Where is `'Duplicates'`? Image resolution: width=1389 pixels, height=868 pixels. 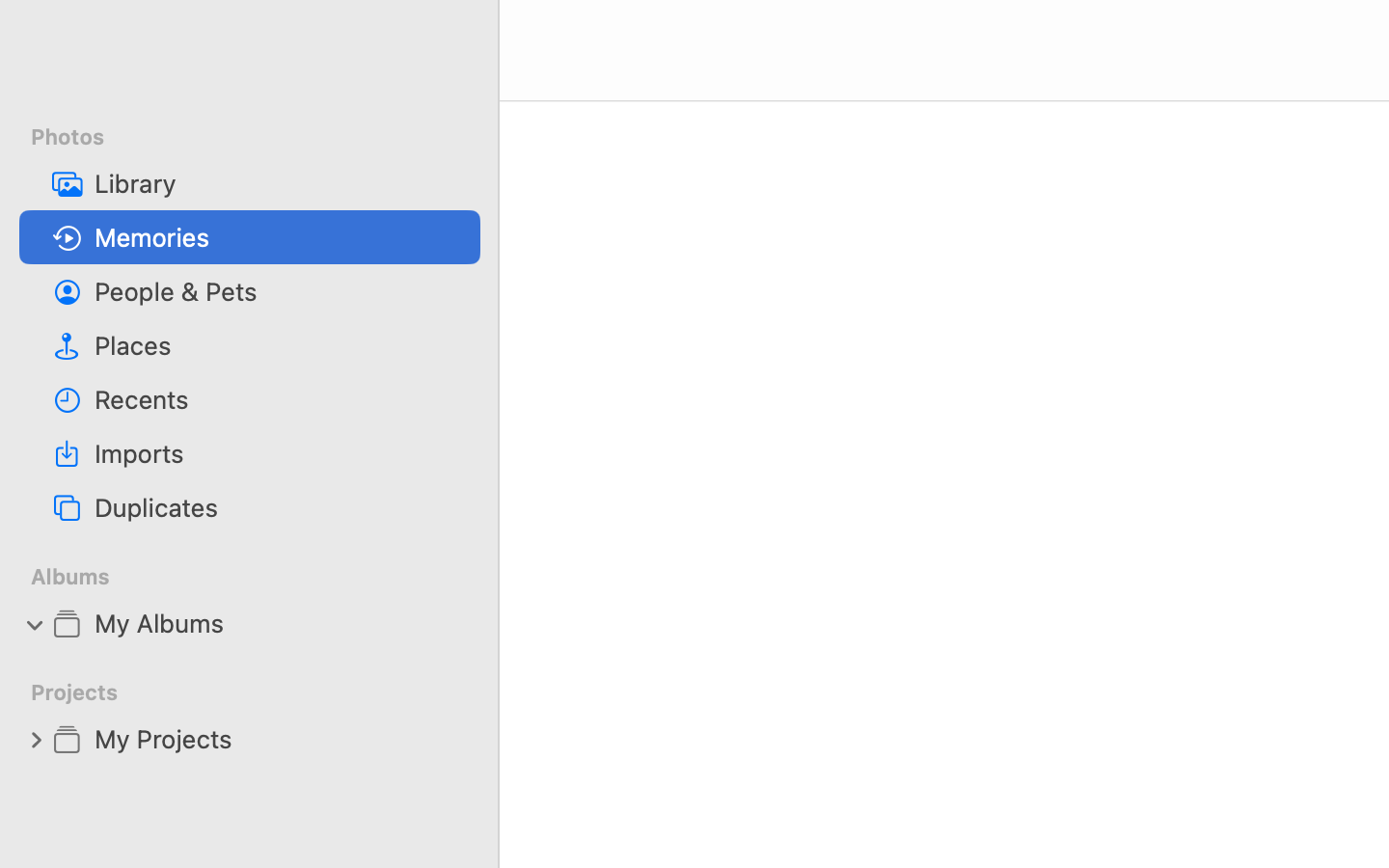 'Duplicates' is located at coordinates (279, 505).